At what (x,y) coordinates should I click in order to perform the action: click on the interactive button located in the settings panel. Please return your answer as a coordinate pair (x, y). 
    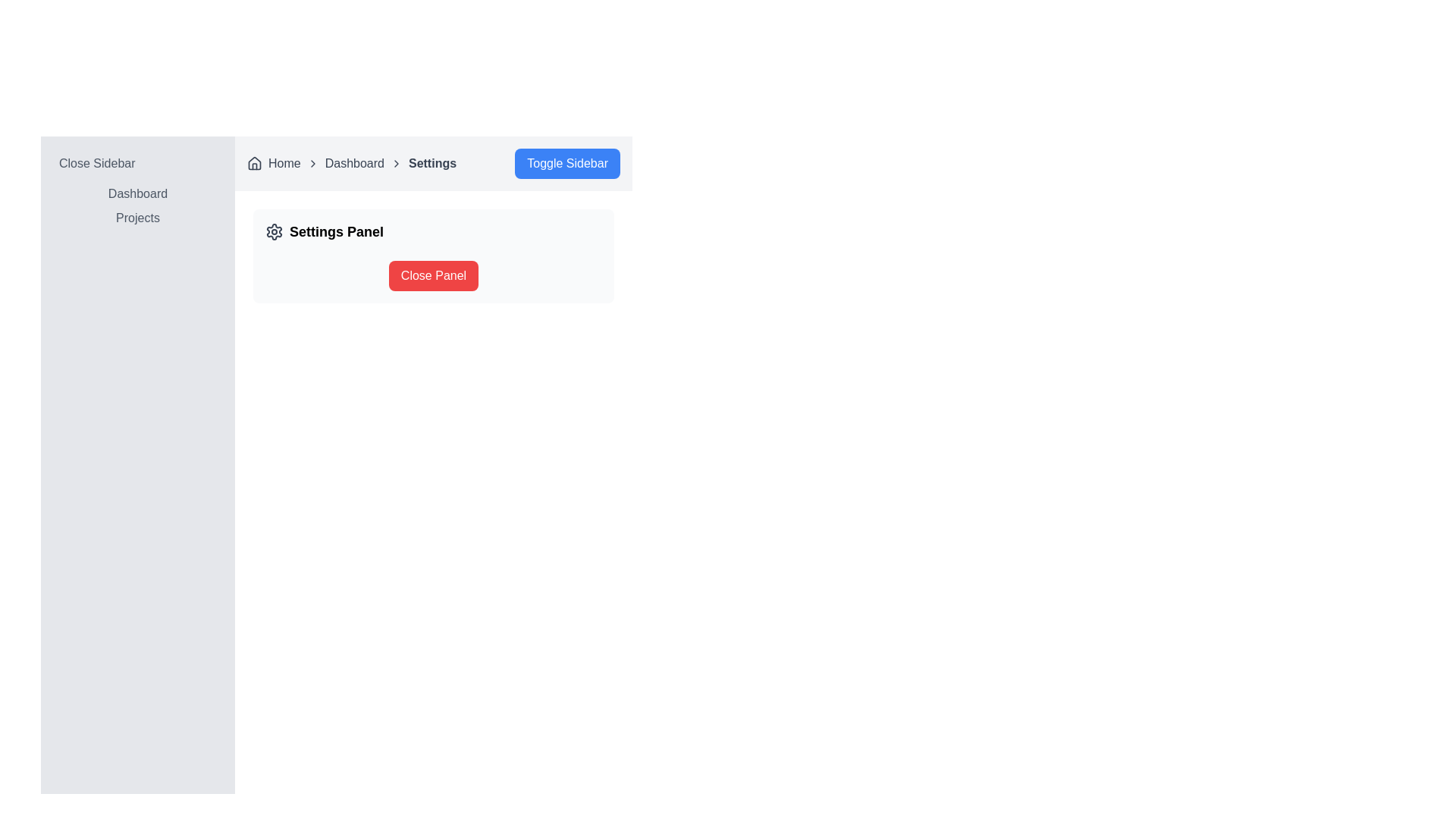
    Looking at the image, I should click on (432, 275).